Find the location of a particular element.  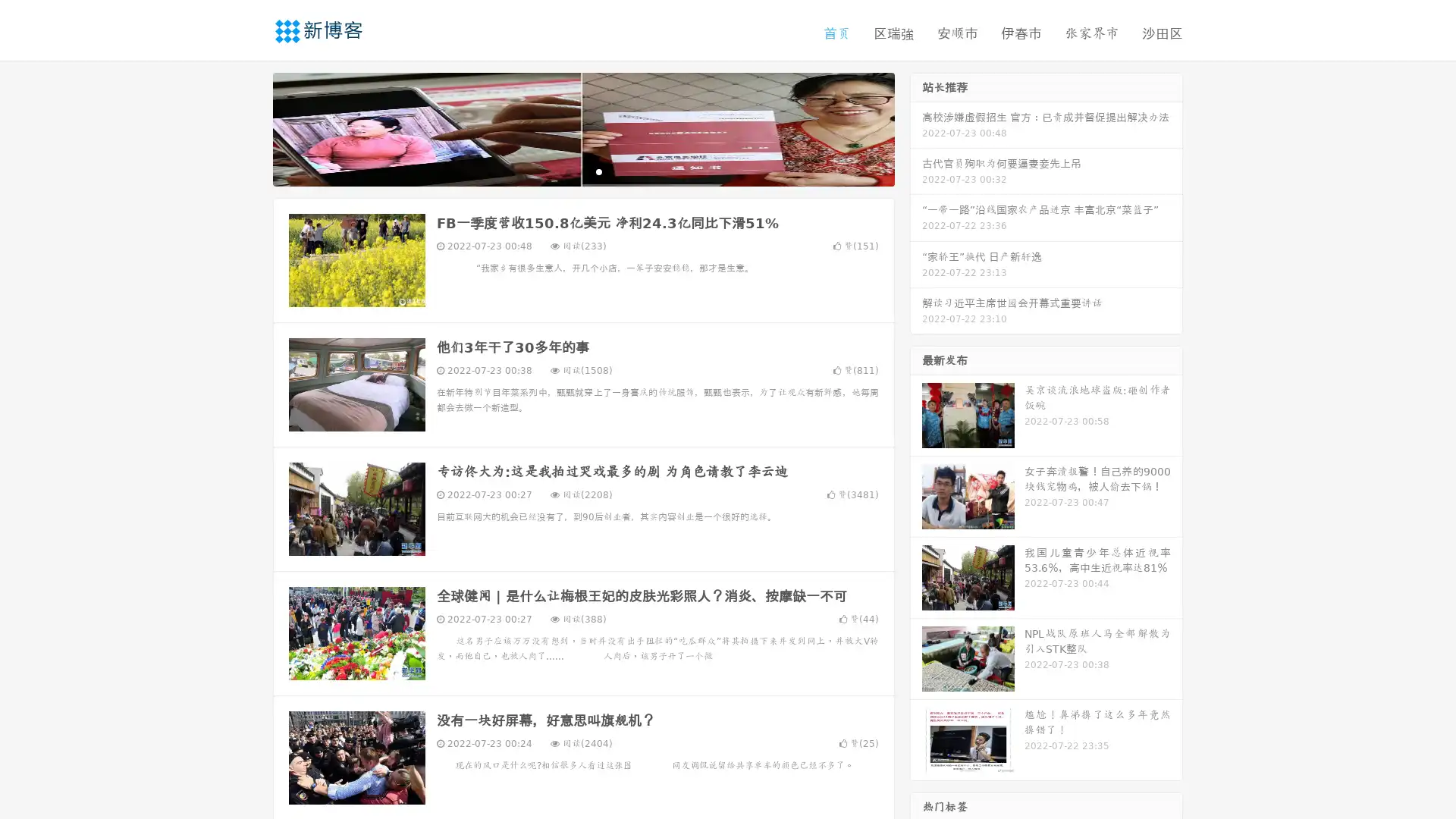

Previous slide is located at coordinates (250, 127).